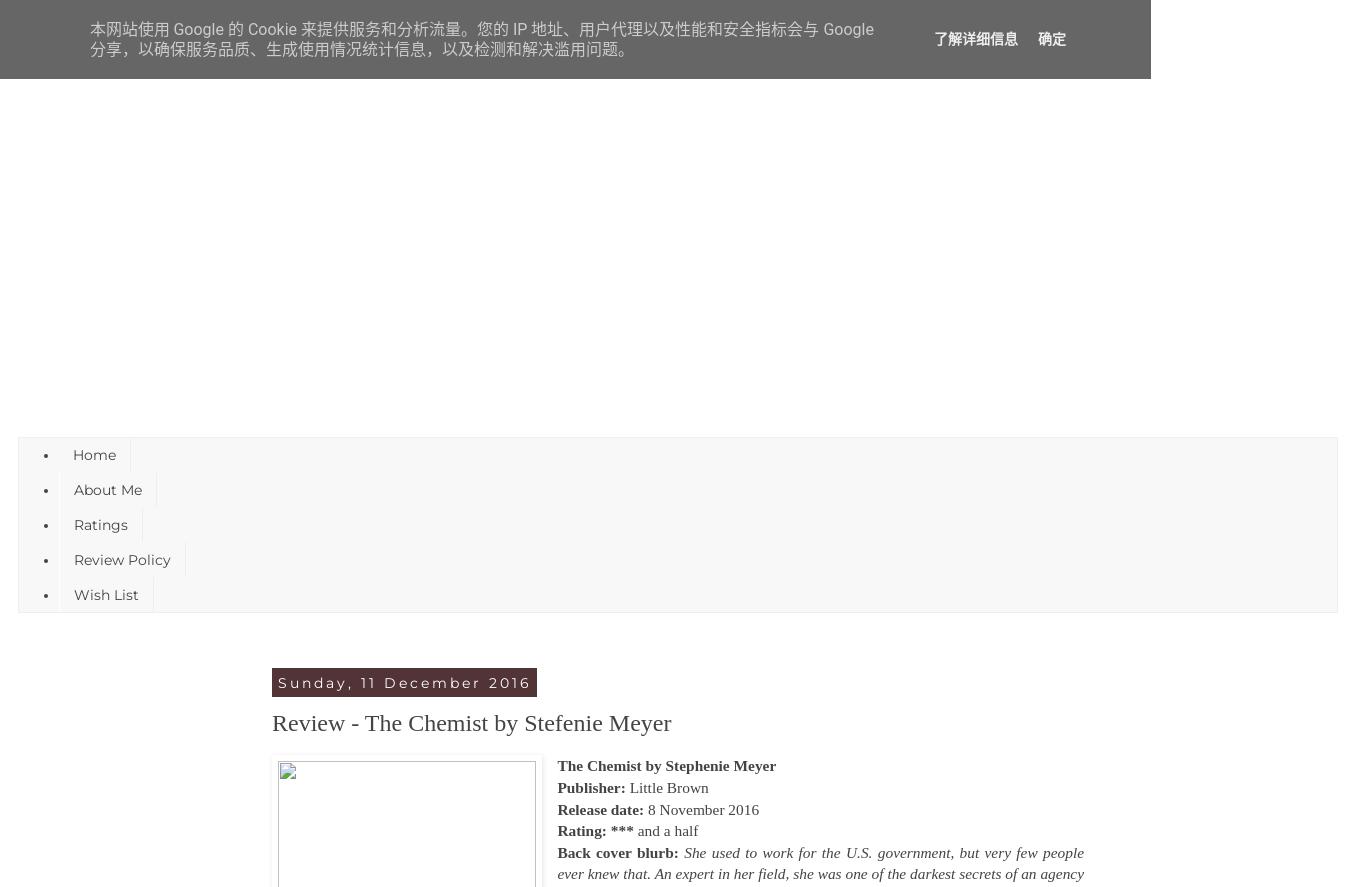  I want to click on 'Review - The Chemist by Stefenie Meyer', so click(470, 722).